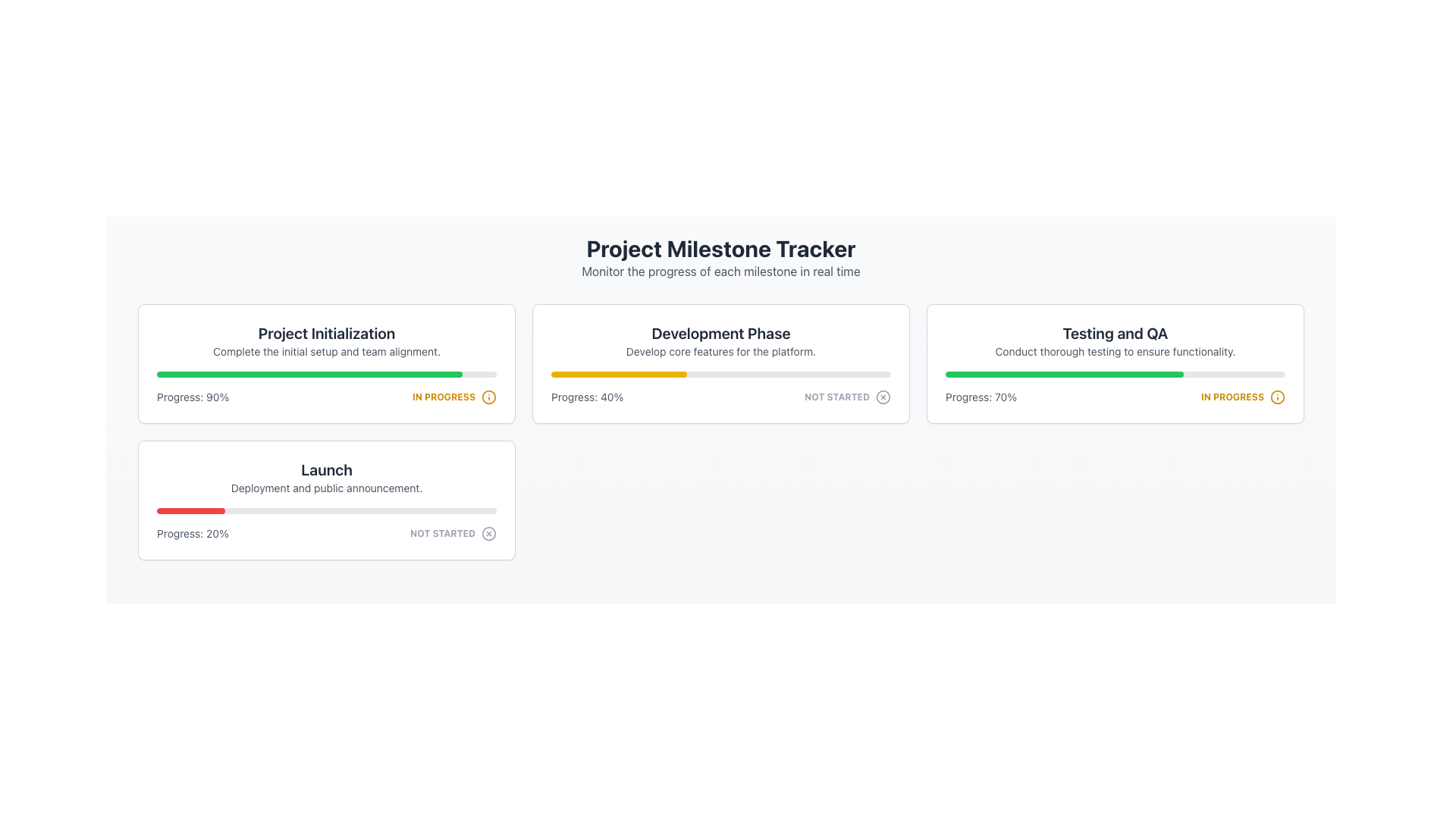 The height and width of the screenshot is (819, 1456). Describe the element at coordinates (1243, 397) in the screenshot. I see `the text segment displaying 'IN PROGRESS' in bold yellow, which is located next to a circular 'i' icon in the bottom-right corner of the 'Testing and QA' section` at that location.